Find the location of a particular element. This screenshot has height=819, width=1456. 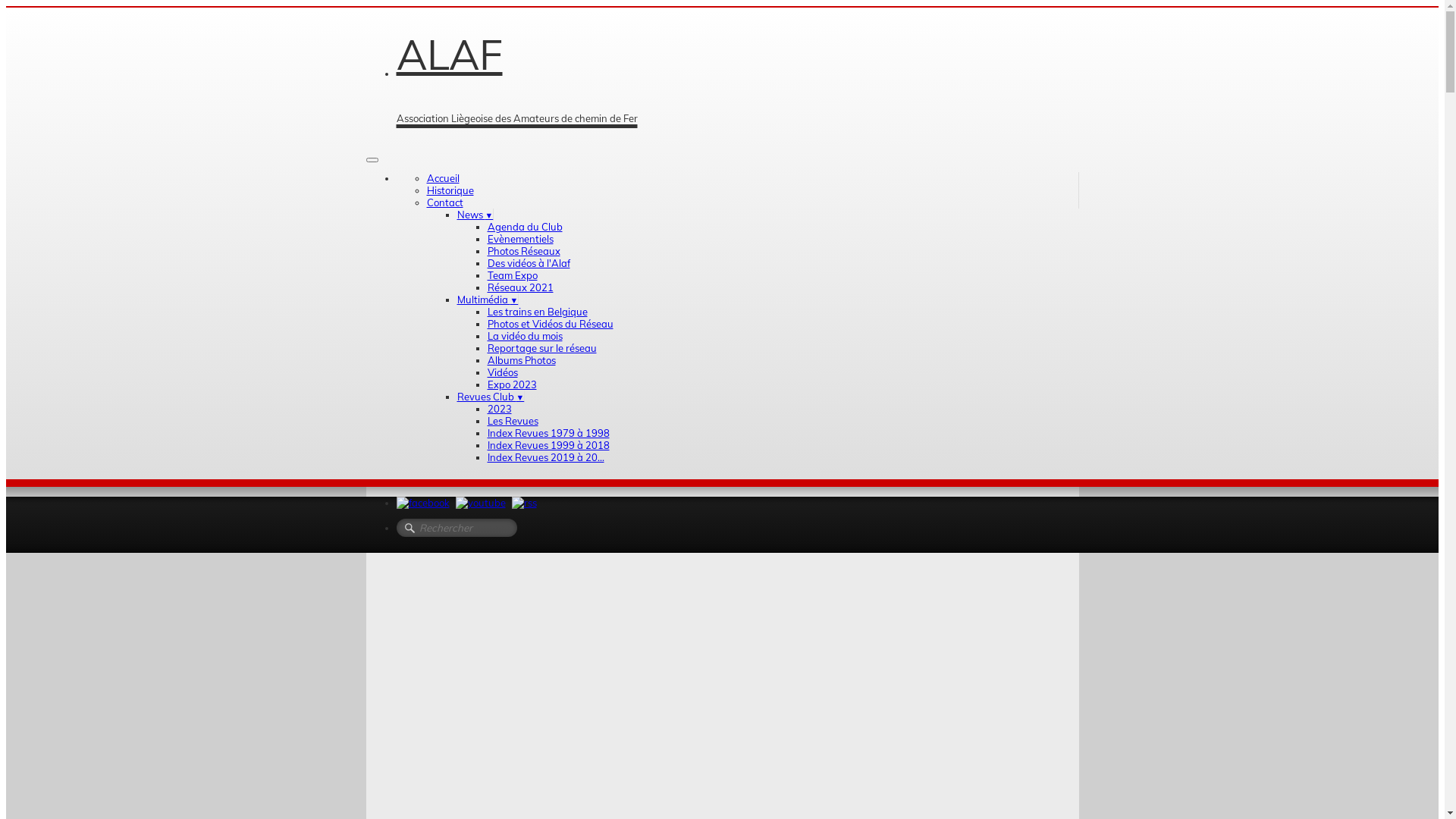

'Agenda du Club' is located at coordinates (524, 227).